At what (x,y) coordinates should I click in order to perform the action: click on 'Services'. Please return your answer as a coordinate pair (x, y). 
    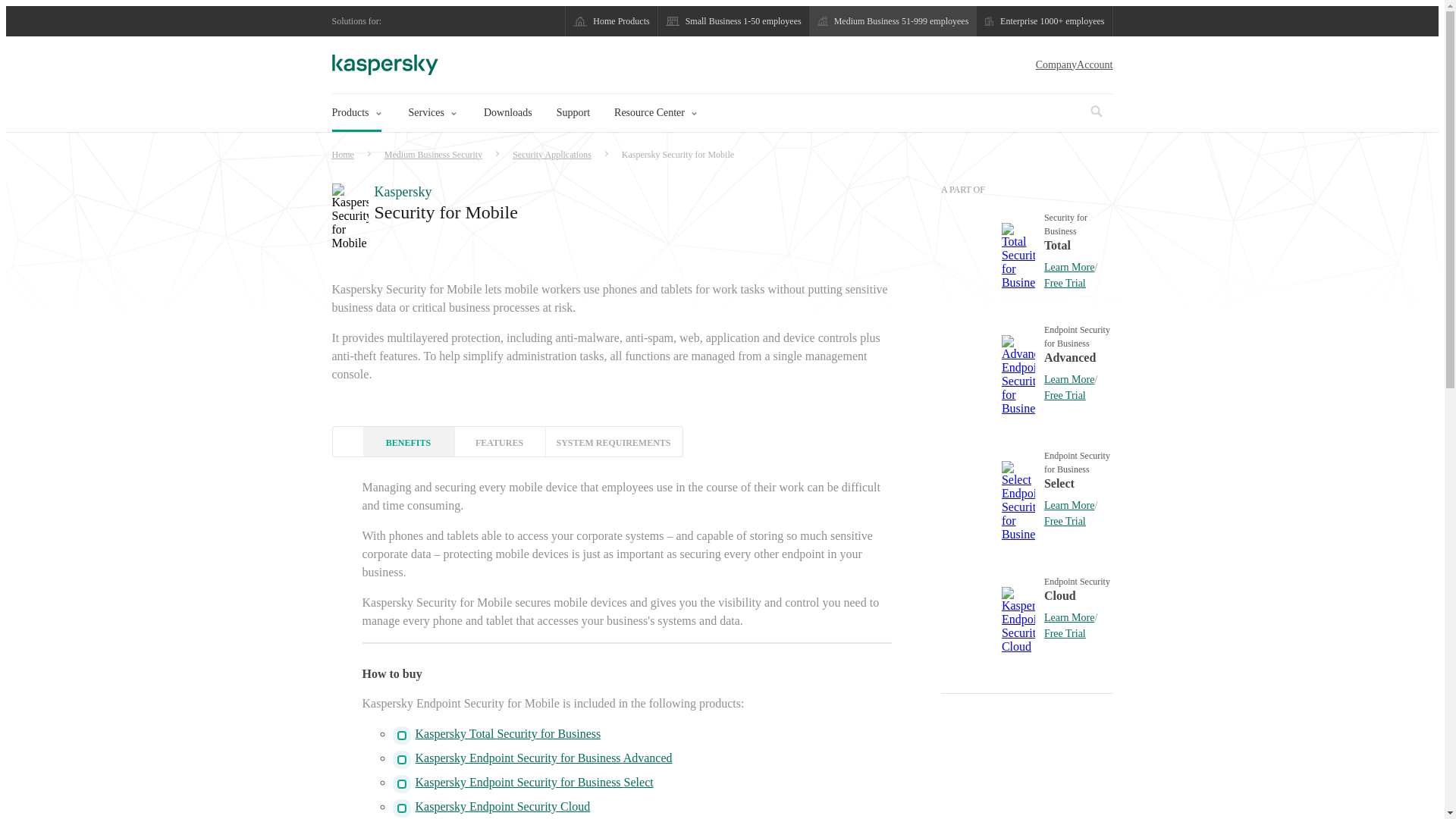
    Looking at the image, I should click on (453, 112).